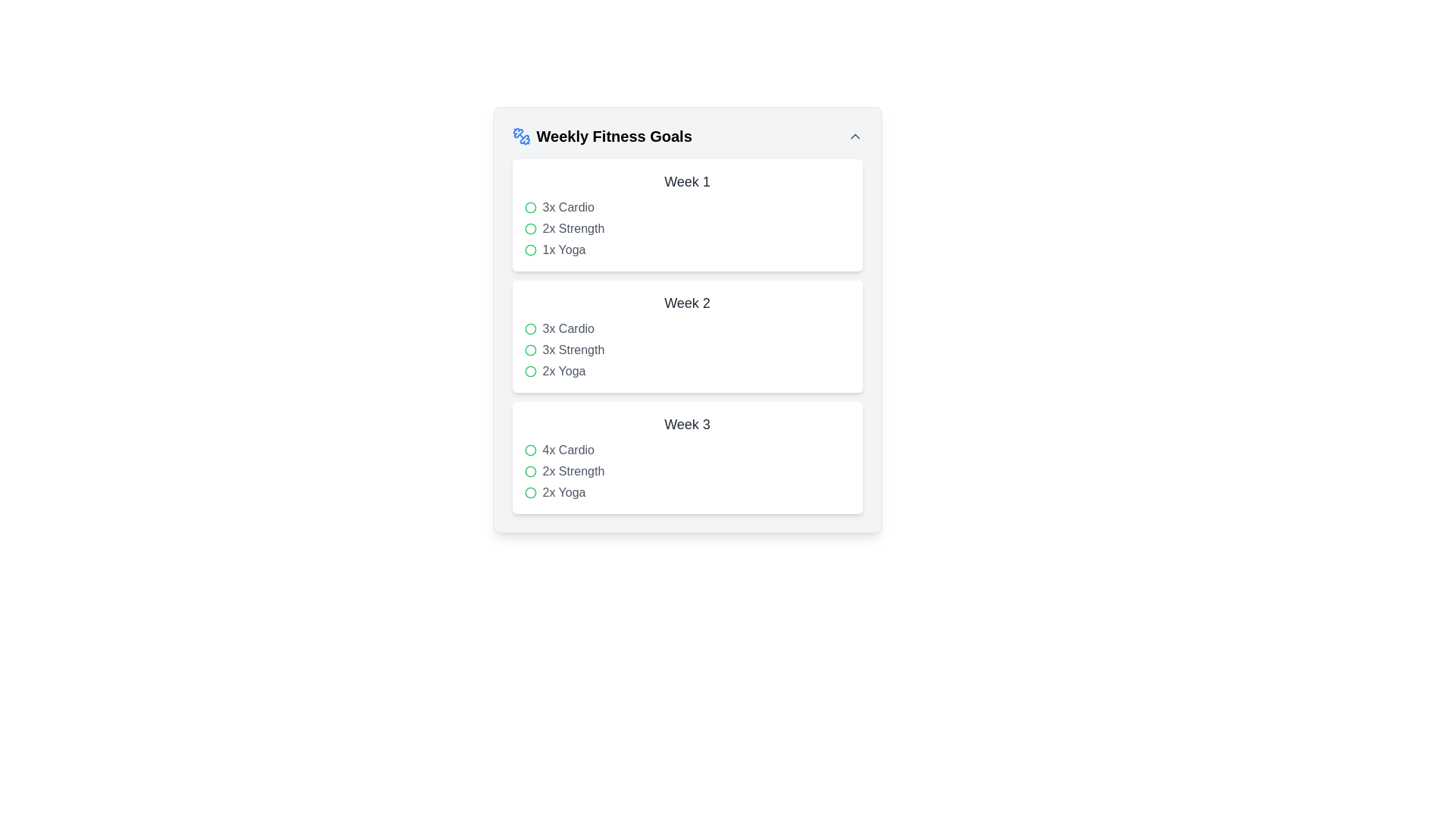 The image size is (1456, 819). Describe the element at coordinates (530, 350) in the screenshot. I see `the green circular icon located next to the text '3x Strength' in the Week 2 section of the Weekly Fitness Goals interface` at that location.